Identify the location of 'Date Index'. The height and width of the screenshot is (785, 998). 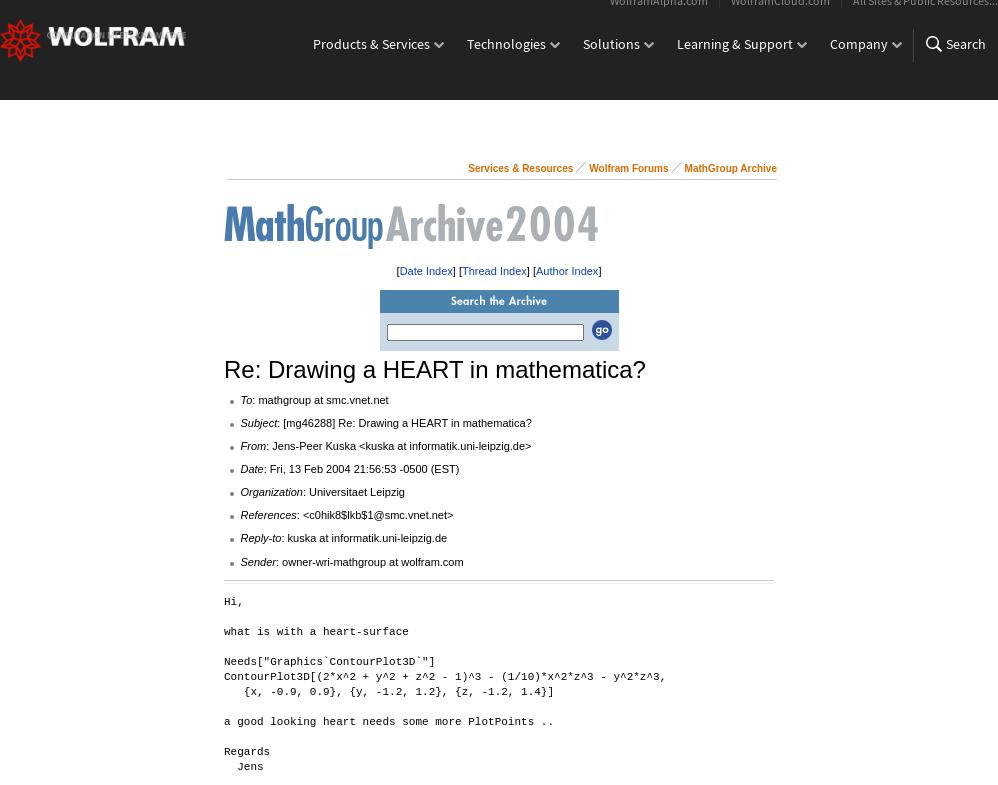
(425, 269).